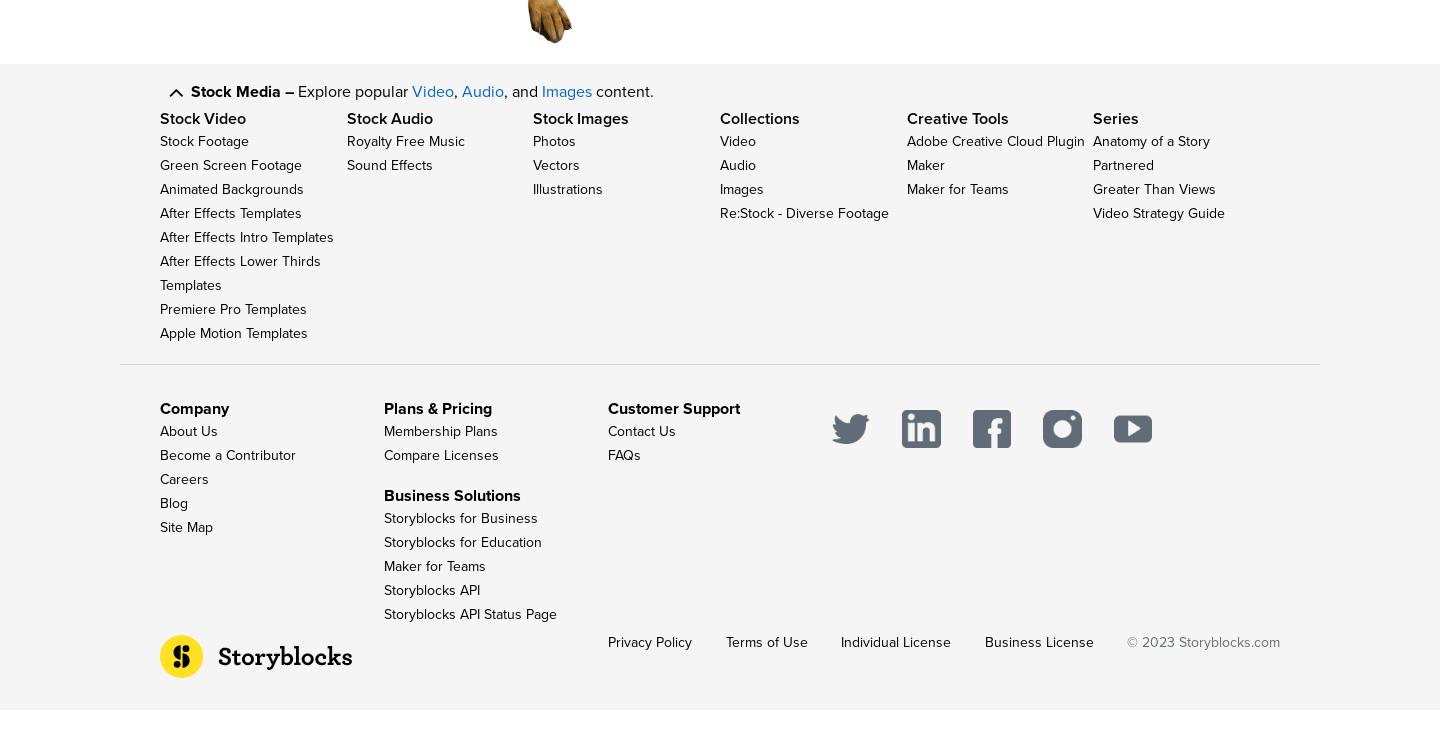 This screenshot has width=1440, height=729. Describe the element at coordinates (240, 284) in the screenshot. I see `'After Effects Lower Thirds Templates'` at that location.